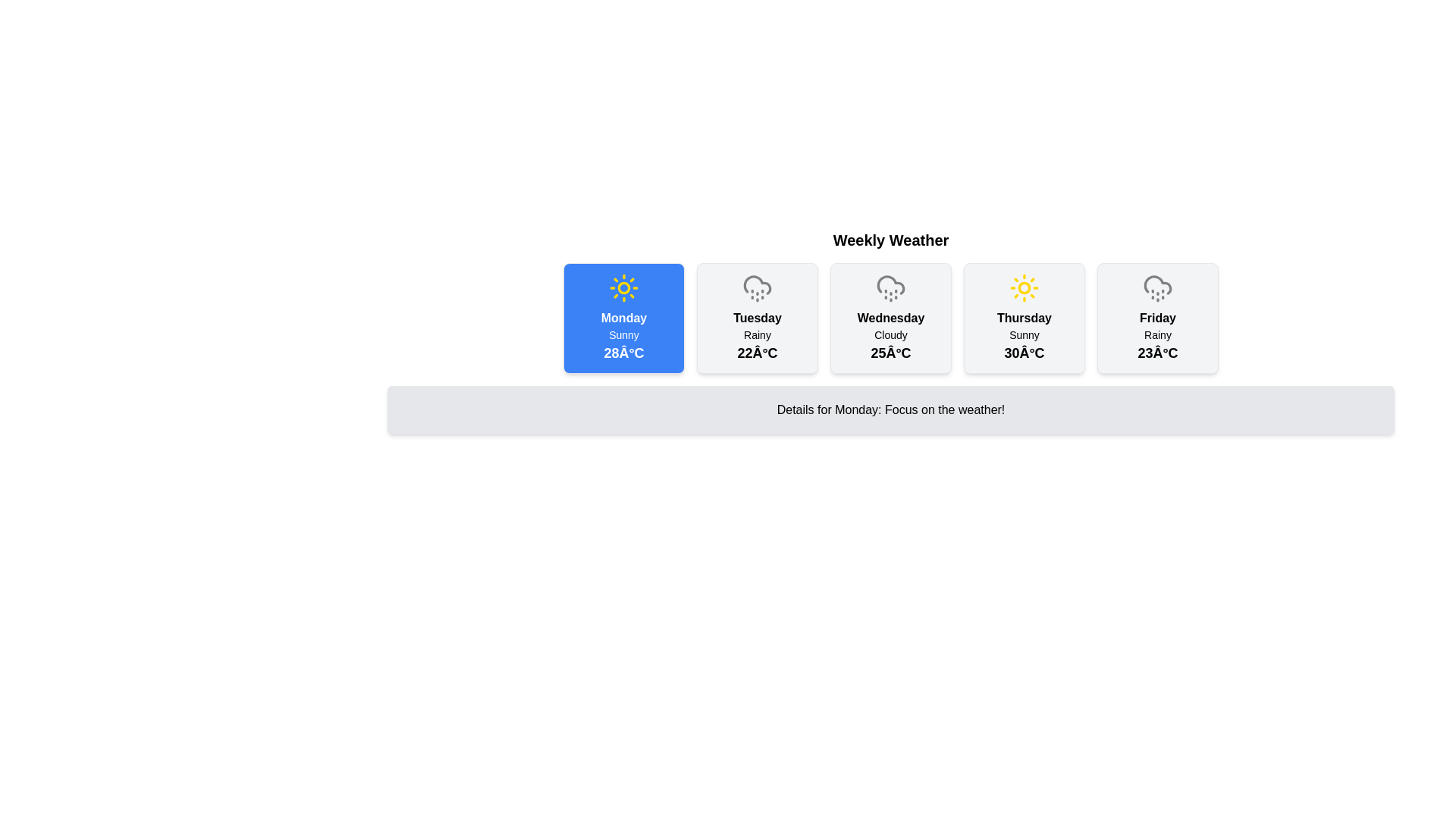  Describe the element at coordinates (623, 288) in the screenshot. I see `the sunny weather icon located at the top of the 'Monday' weather forecast card, which indicates a sunny day with a temperature of 28°C` at that location.